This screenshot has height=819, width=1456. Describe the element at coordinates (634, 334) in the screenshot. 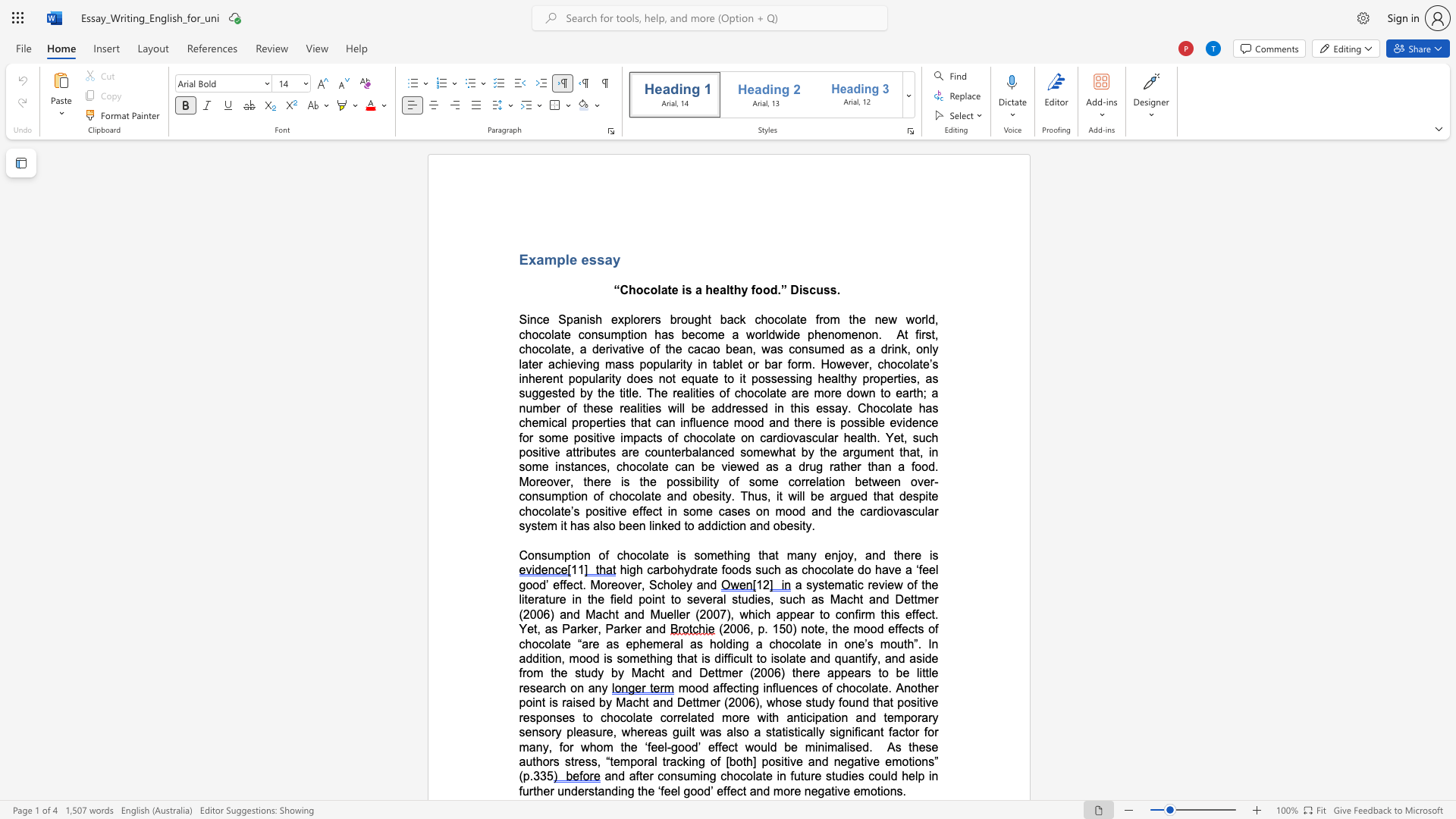

I see `the space between the continuous character "i" and "o" in the text` at that location.